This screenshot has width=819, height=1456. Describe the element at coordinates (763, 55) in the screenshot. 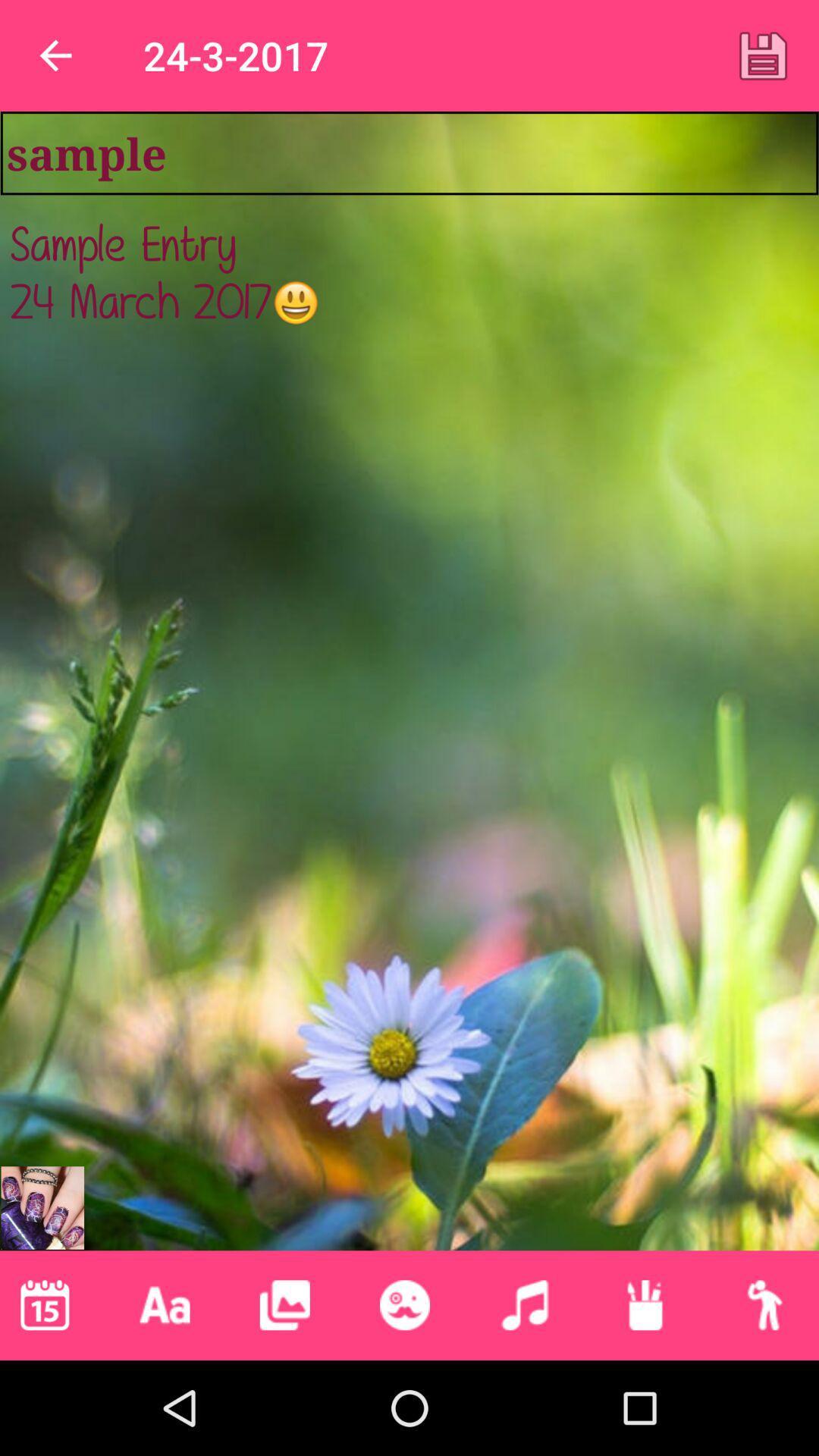

I see `icon above the sample icon` at that location.